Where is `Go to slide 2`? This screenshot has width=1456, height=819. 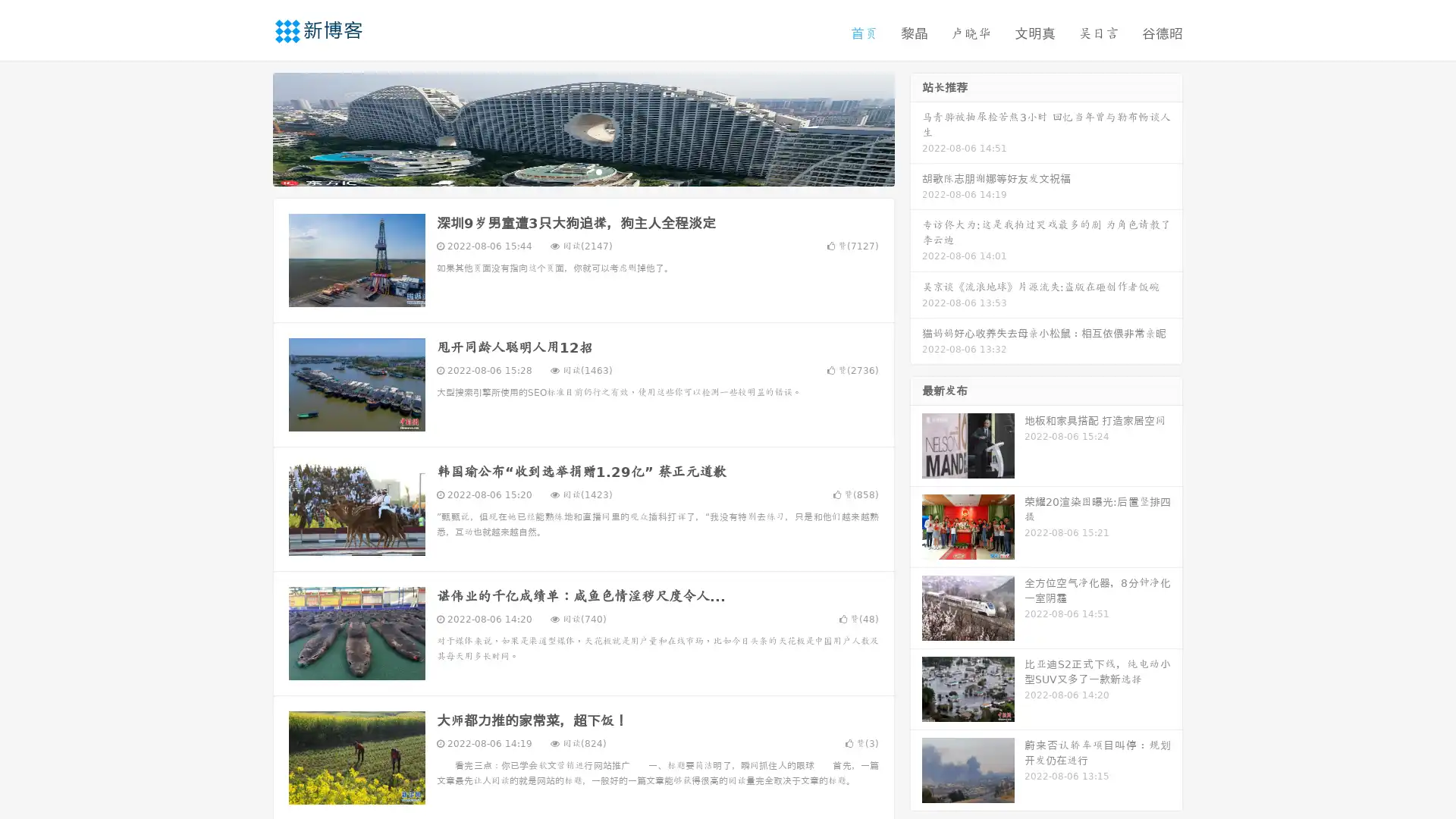 Go to slide 2 is located at coordinates (582, 171).